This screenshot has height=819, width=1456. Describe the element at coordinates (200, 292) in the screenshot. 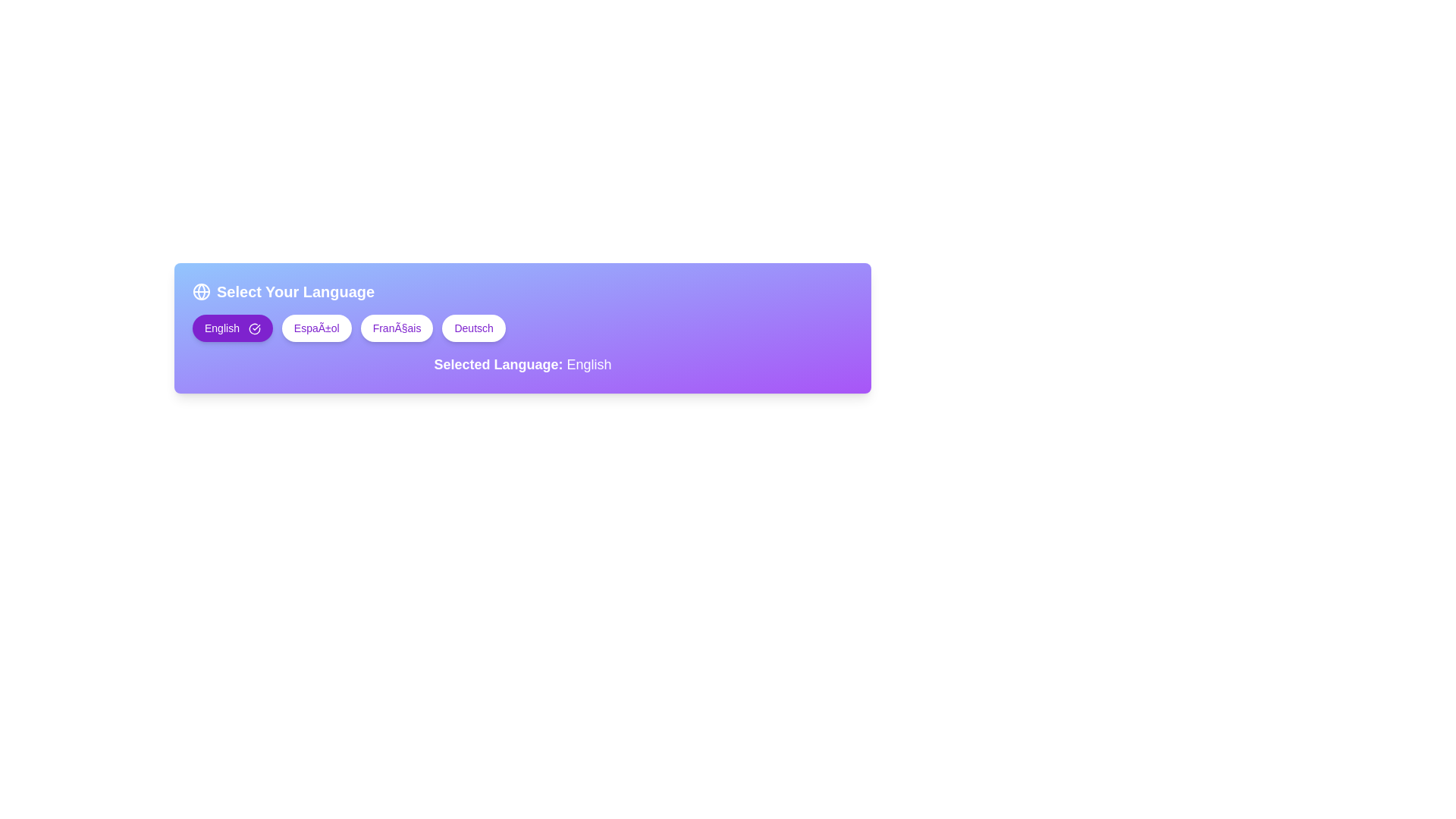

I see `the circular graphical element located within the globe-like icon on the blue-to-purple gradient interface header, near the 'Select Your Language' text` at that location.